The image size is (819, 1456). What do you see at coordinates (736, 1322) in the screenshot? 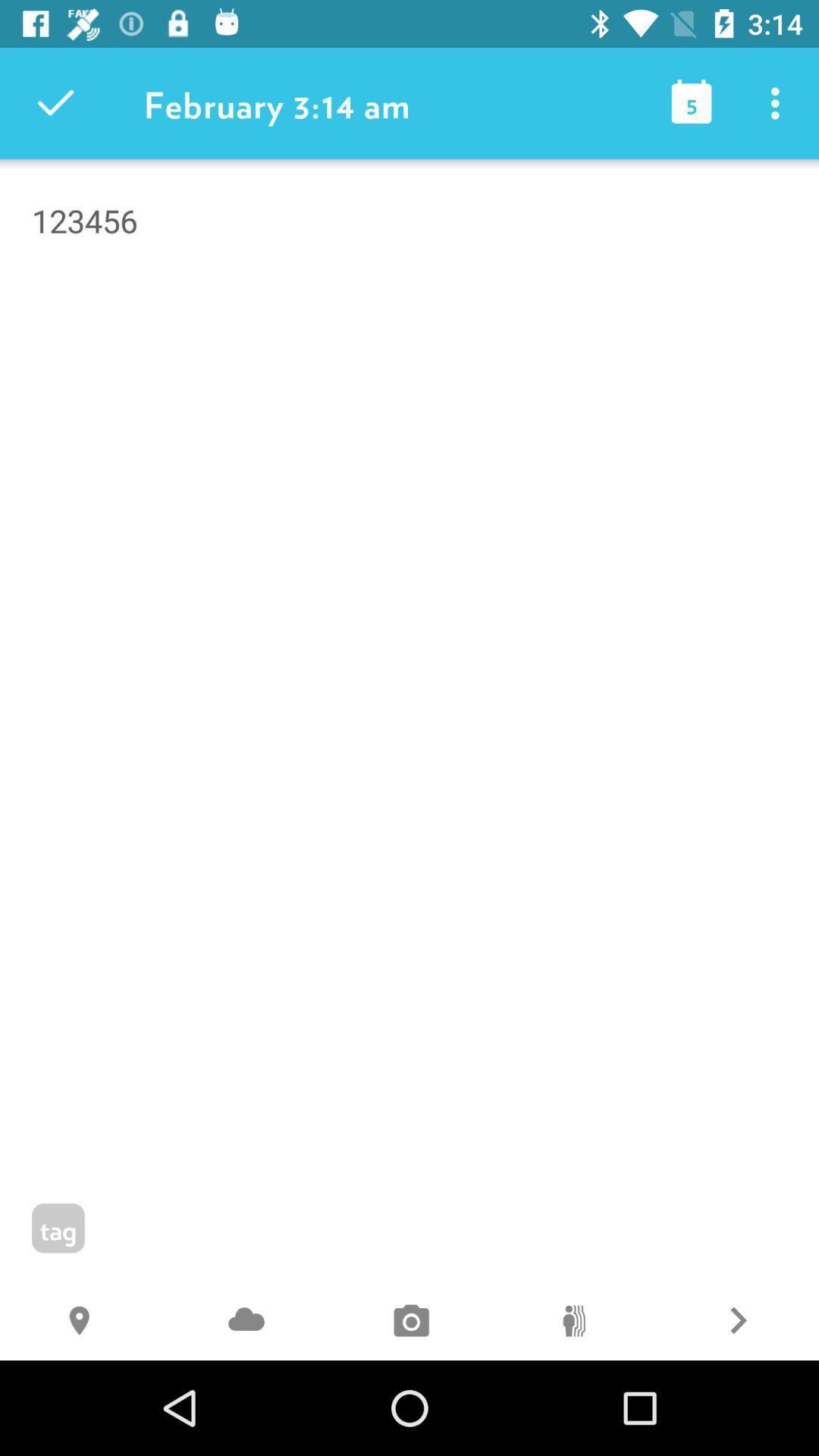
I see `icon to the right of 0 item` at bounding box center [736, 1322].